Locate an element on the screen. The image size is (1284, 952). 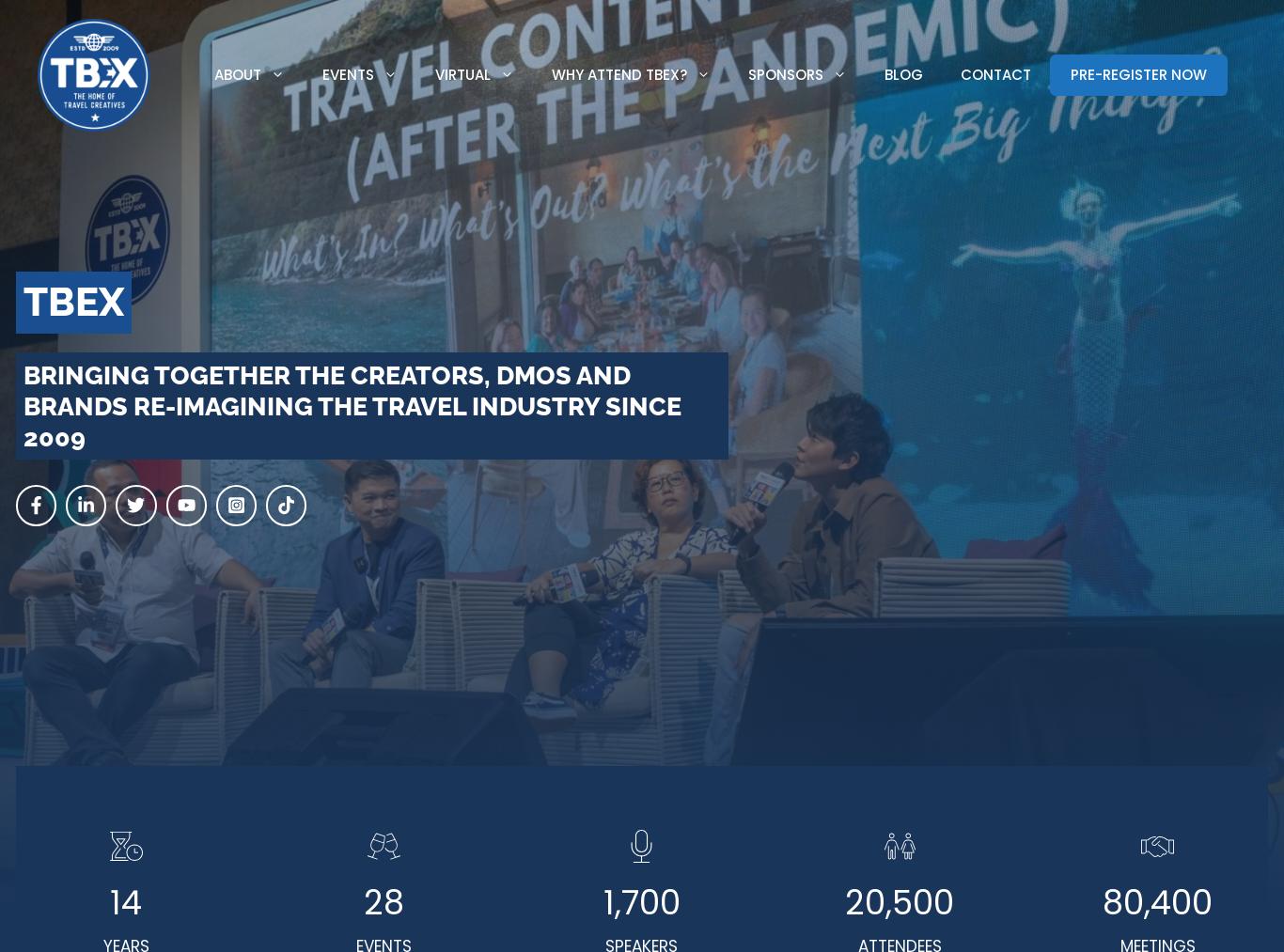
'28' is located at coordinates (383, 902).